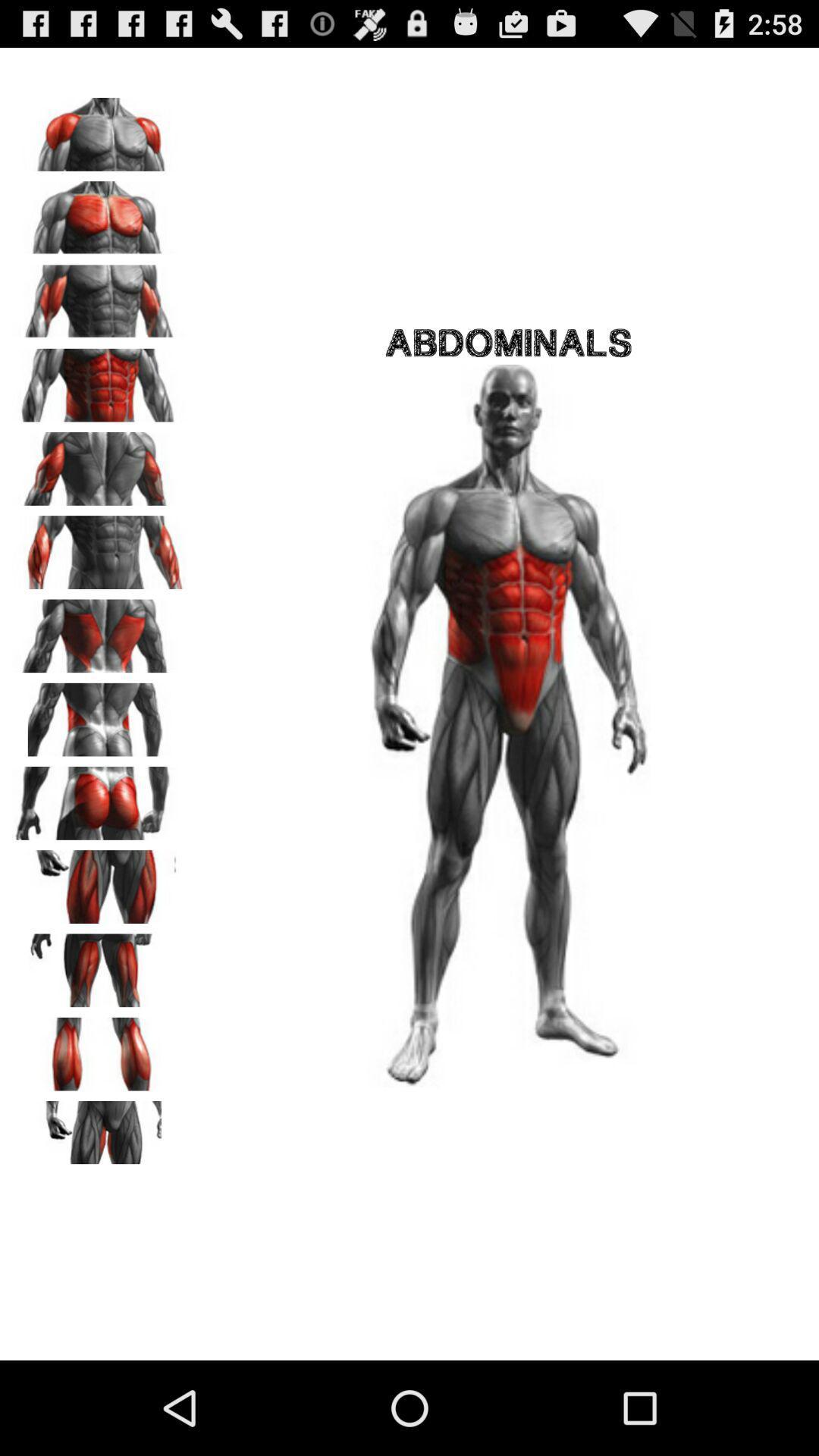  What do you see at coordinates (99, 297) in the screenshot?
I see `switch image option` at bounding box center [99, 297].